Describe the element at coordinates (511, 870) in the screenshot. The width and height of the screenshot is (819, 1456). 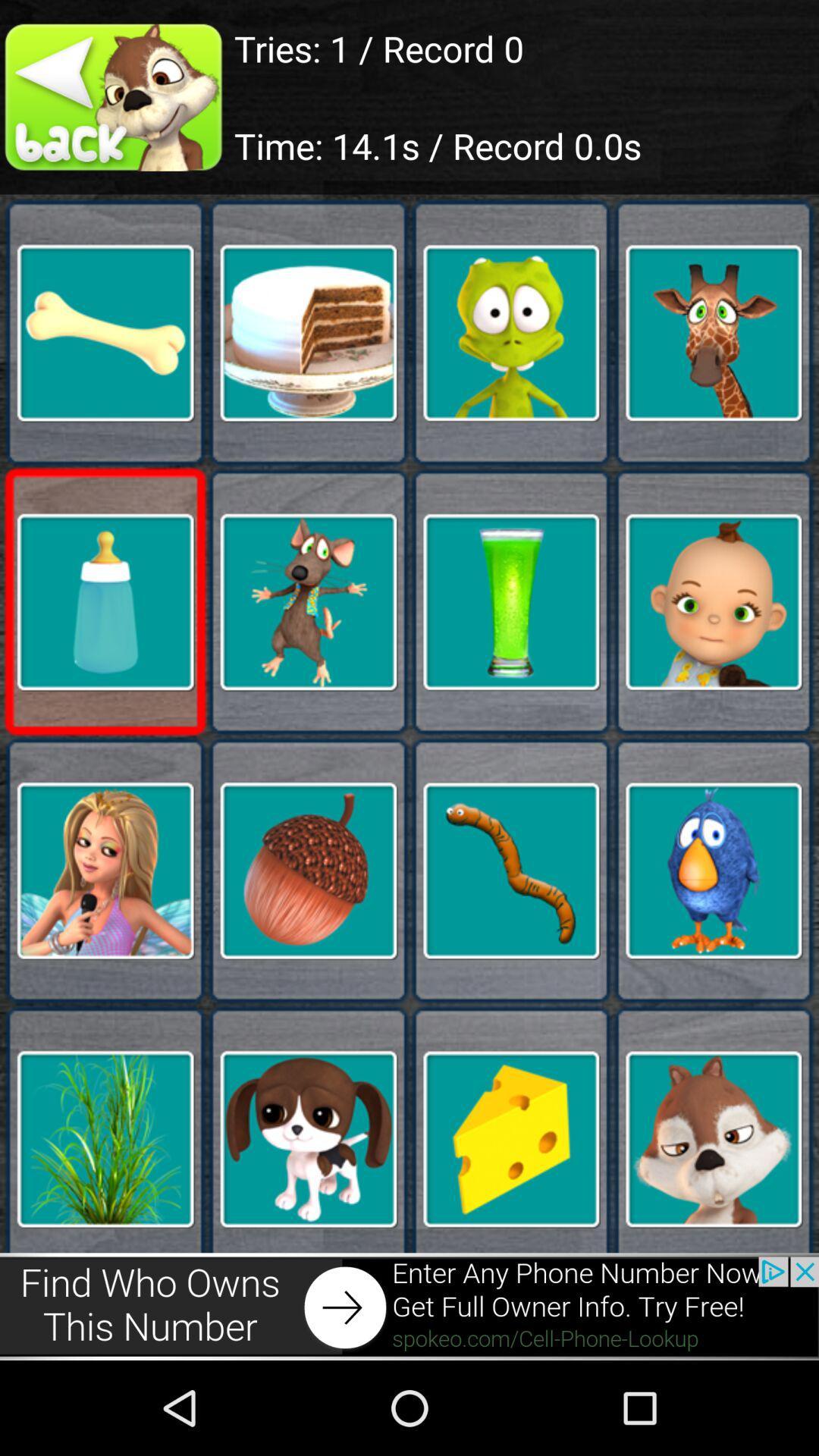
I see `the worm image` at that location.